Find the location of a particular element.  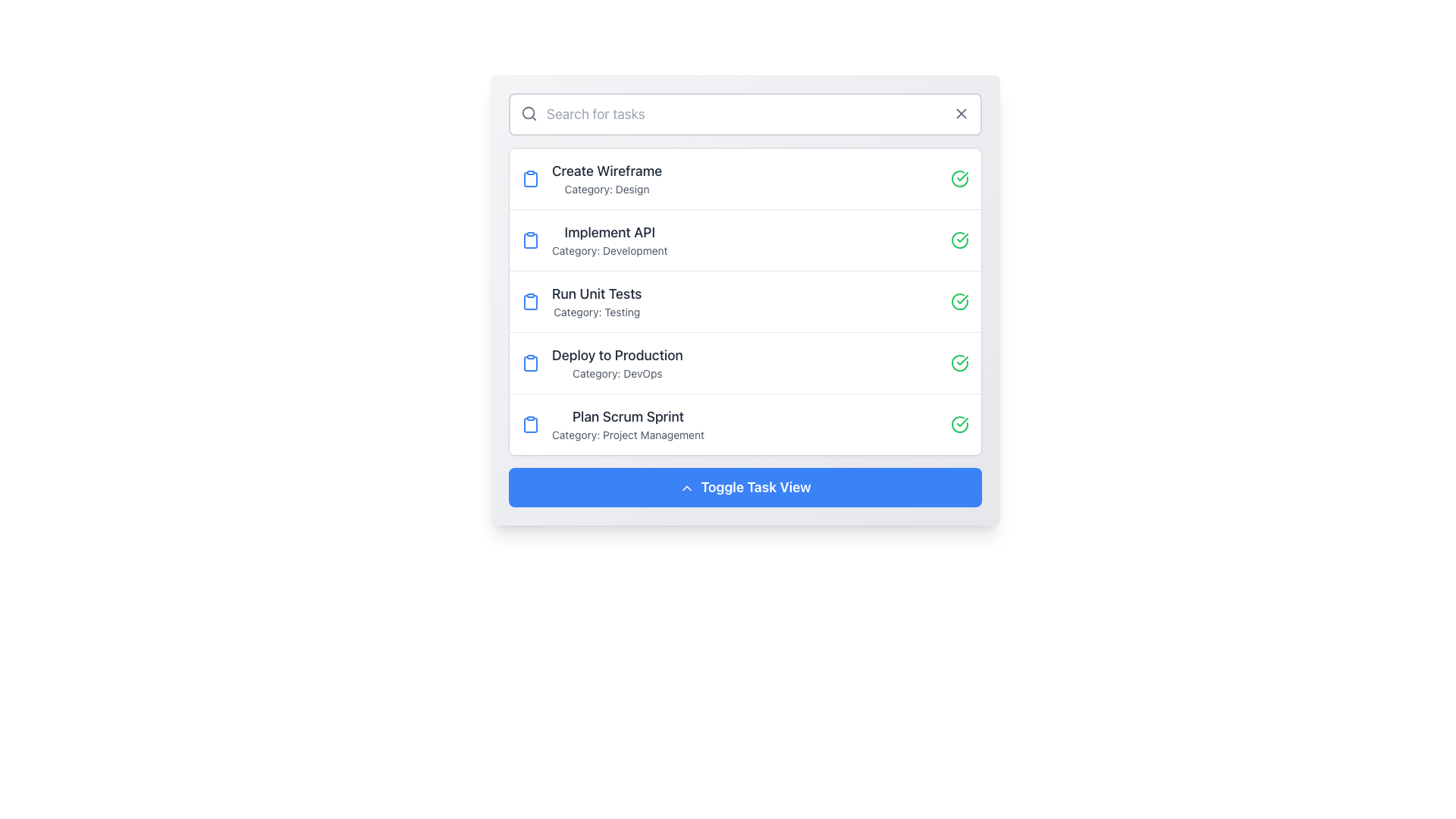

description of the Text Label that categorizes the task 'Run Unit Tests', positioned as a subtitle beneath the main item name in the third row of the task list is located at coordinates (596, 312).